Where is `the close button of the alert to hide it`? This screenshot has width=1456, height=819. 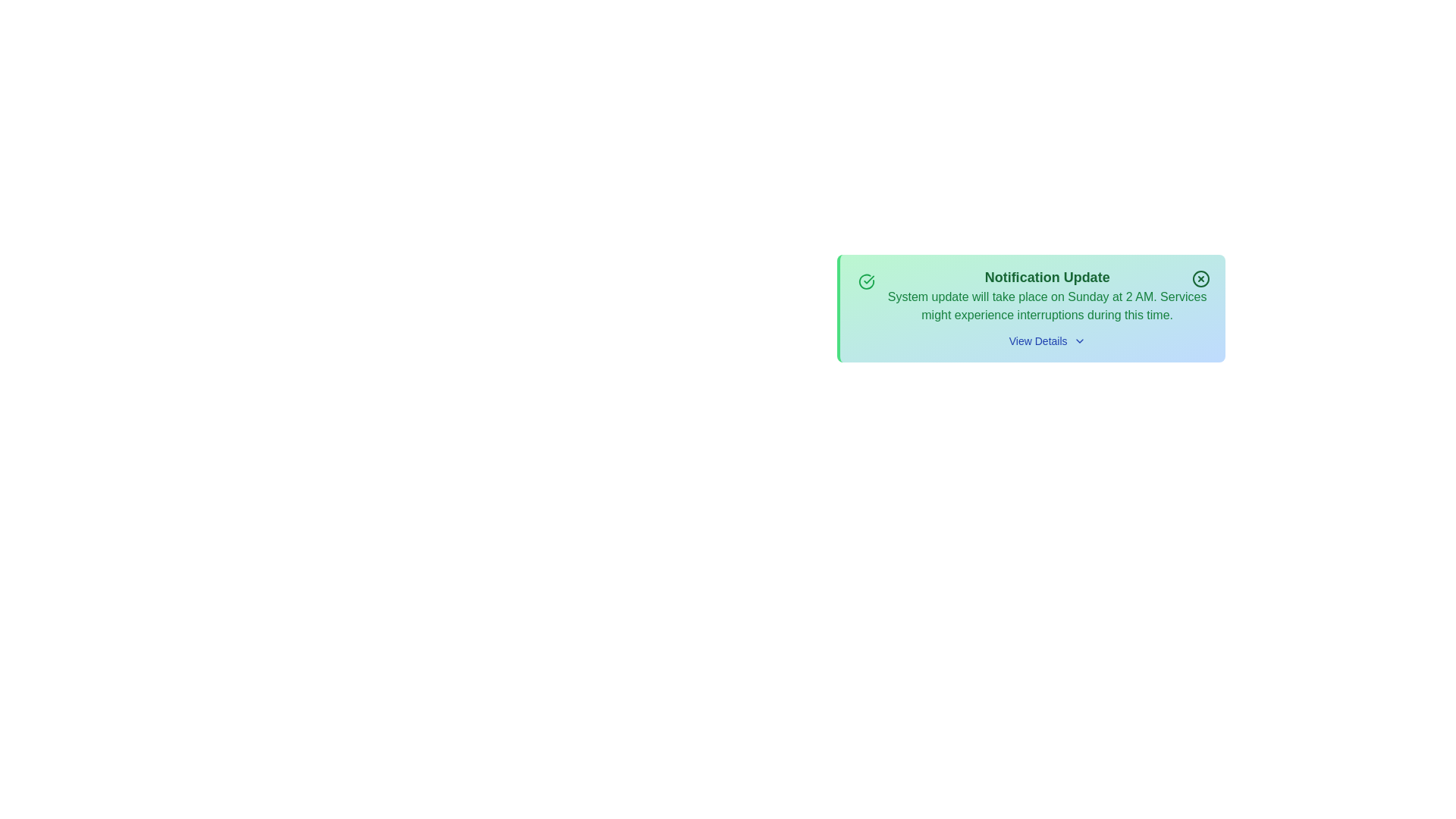 the close button of the alert to hide it is located at coordinates (1200, 278).